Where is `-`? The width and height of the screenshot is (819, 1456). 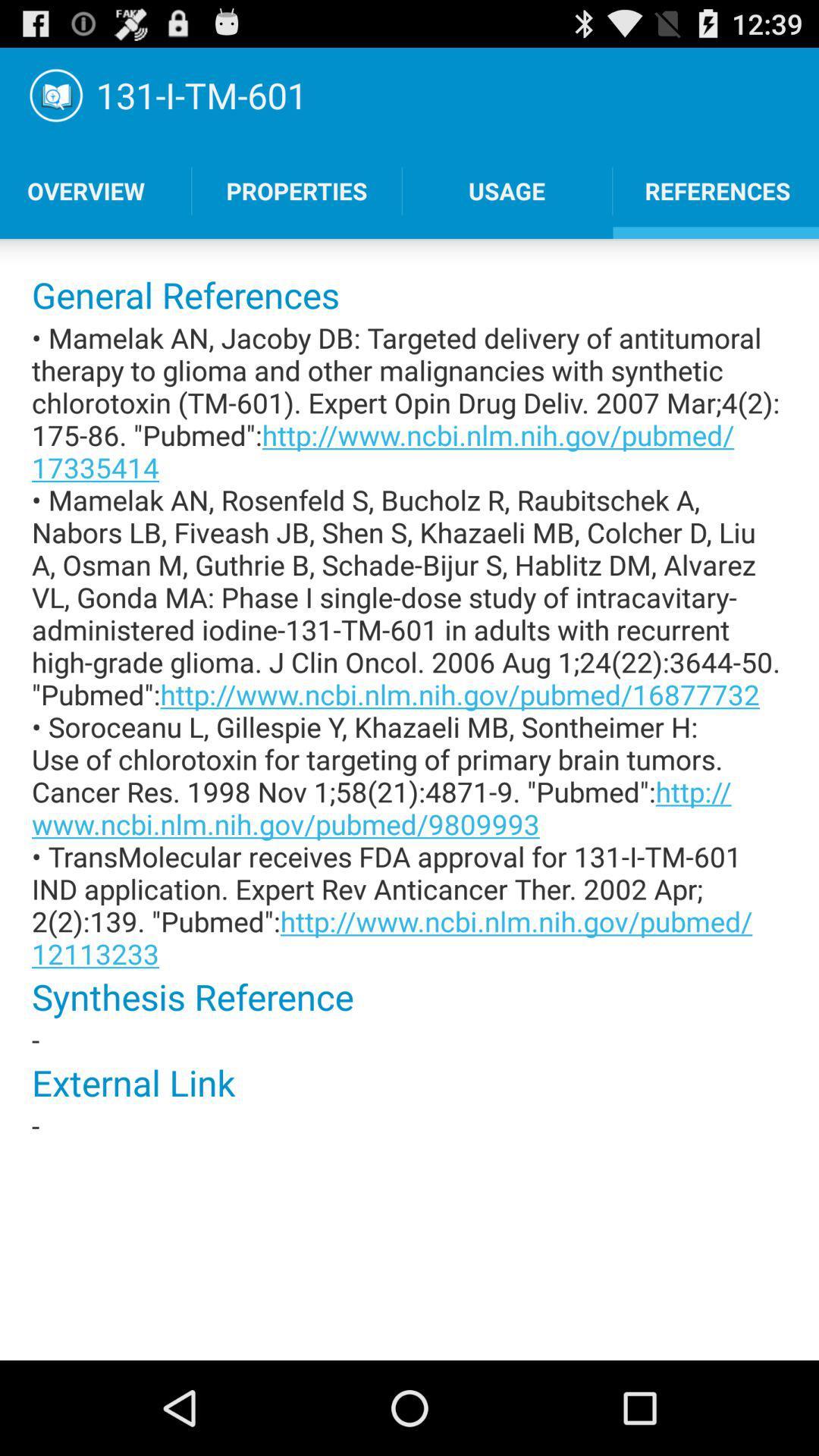 - is located at coordinates (409, 1125).